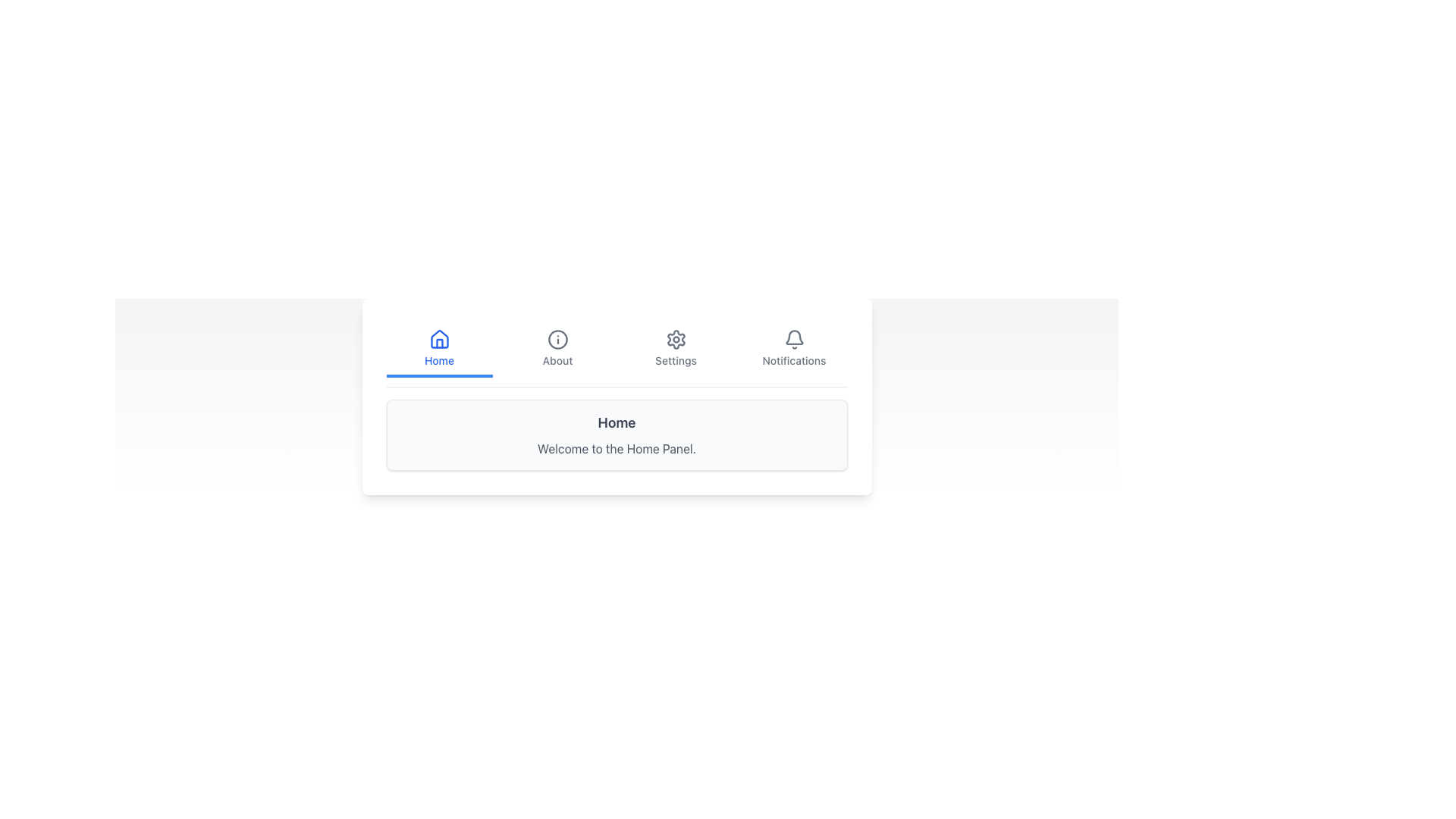 This screenshot has height=819, width=1456. Describe the element at coordinates (675, 338) in the screenshot. I see `the 'Settings' icon in the navigation bar at the bottom of the interface` at that location.